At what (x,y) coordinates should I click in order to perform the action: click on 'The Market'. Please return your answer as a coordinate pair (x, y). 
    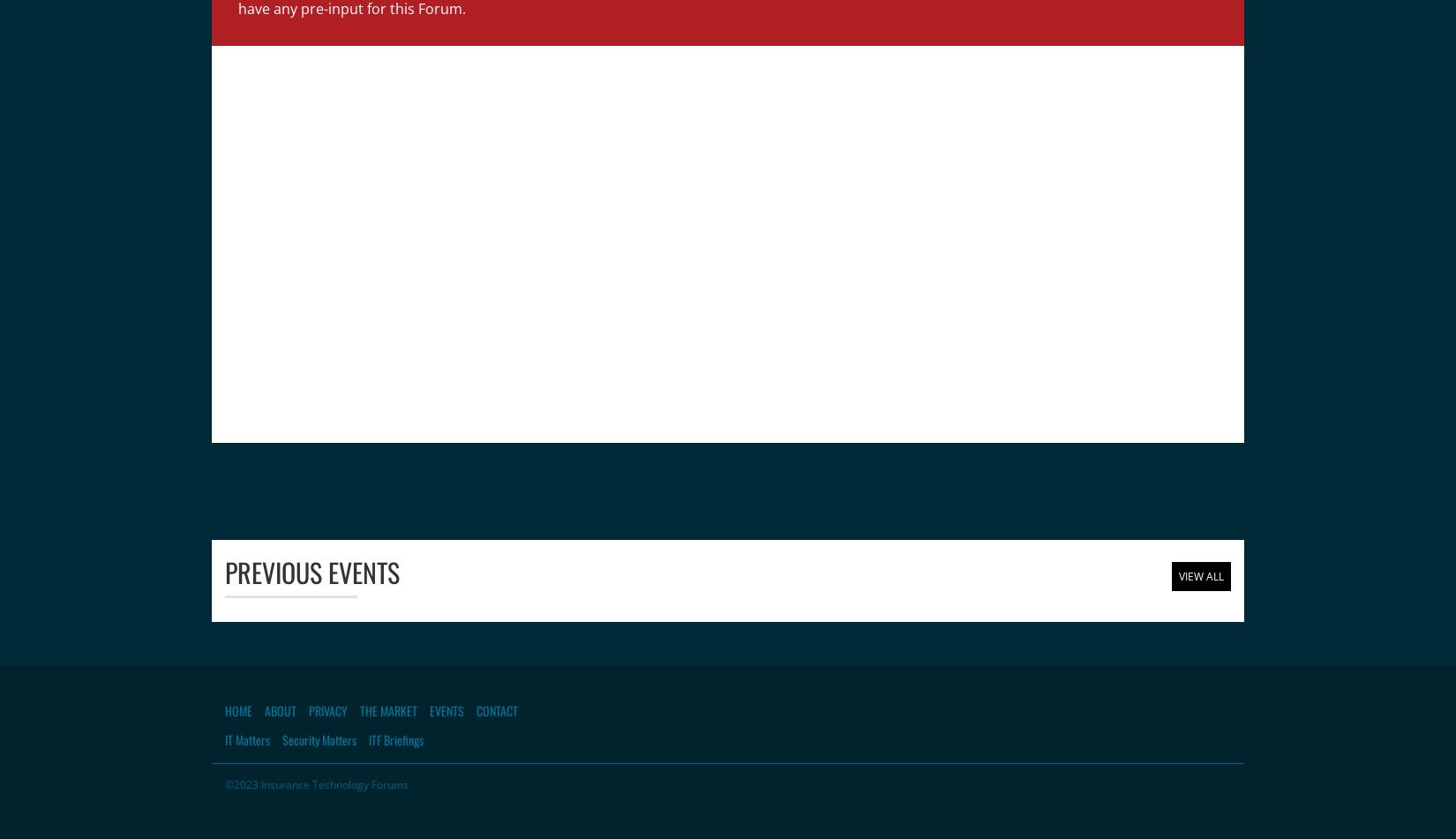
    Looking at the image, I should click on (387, 708).